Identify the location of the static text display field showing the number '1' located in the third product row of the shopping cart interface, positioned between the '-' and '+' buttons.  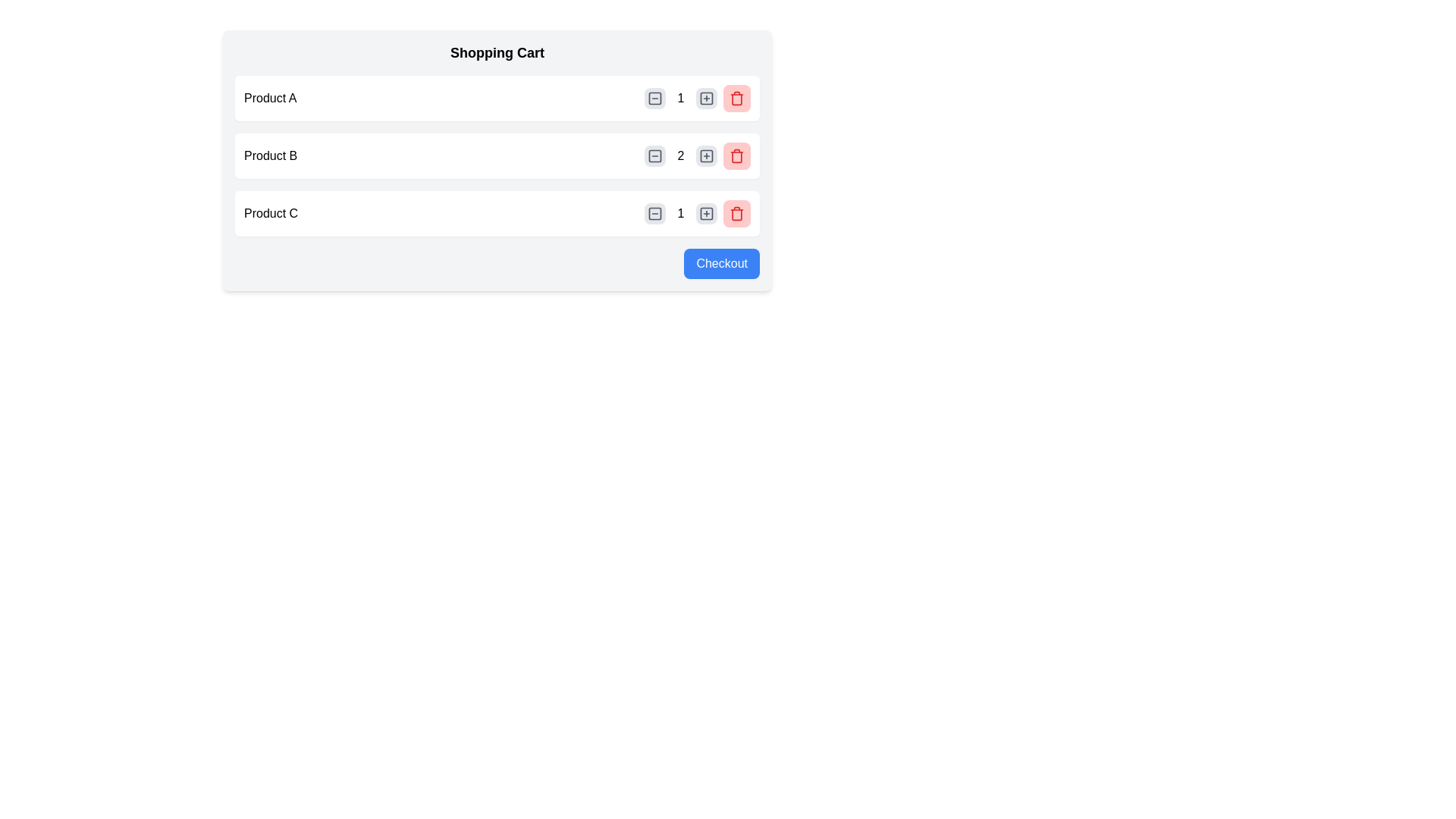
(679, 213).